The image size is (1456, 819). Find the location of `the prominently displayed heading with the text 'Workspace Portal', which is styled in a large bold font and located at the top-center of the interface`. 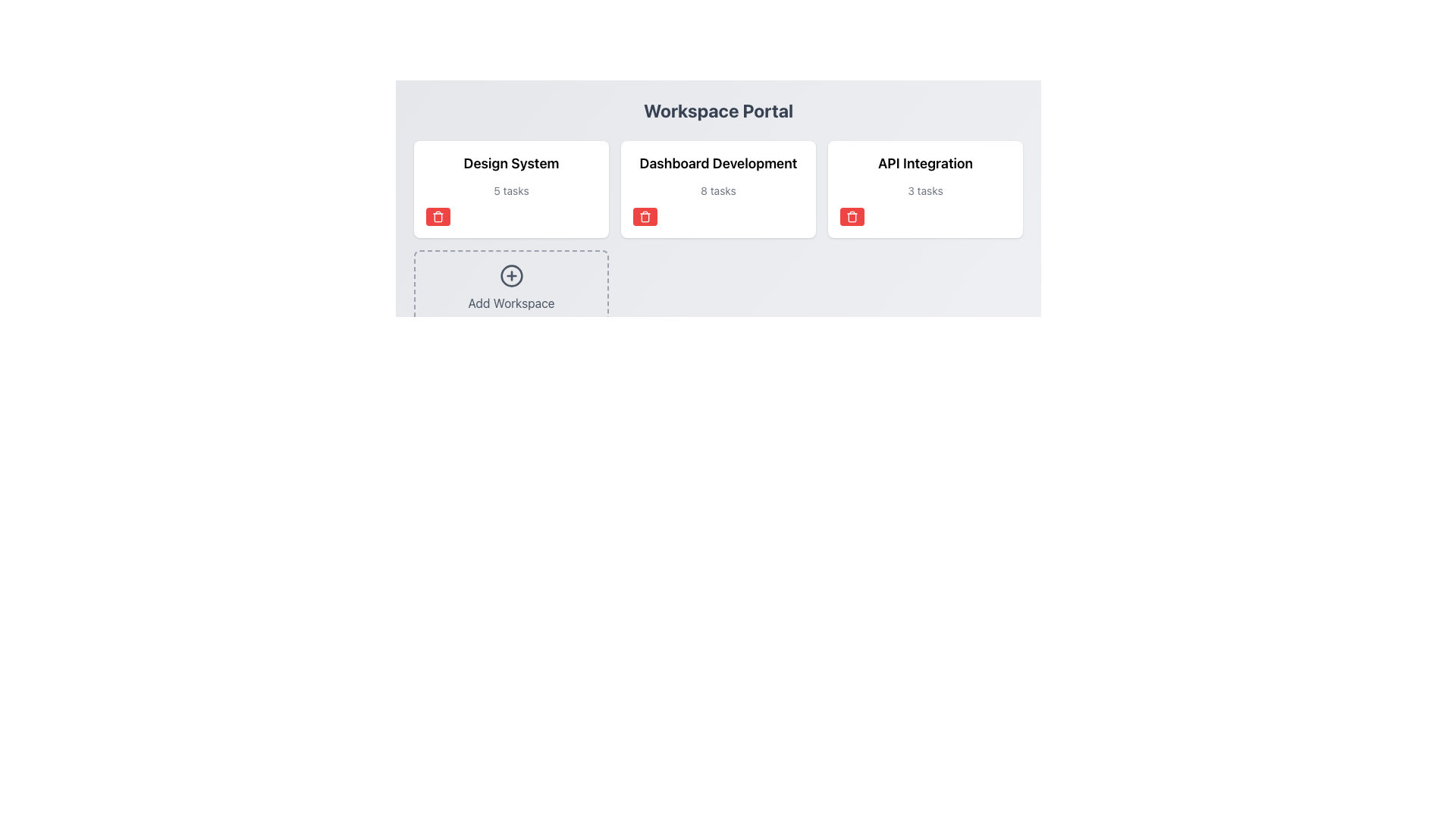

the prominently displayed heading with the text 'Workspace Portal', which is styled in a large bold font and located at the top-center of the interface is located at coordinates (717, 110).